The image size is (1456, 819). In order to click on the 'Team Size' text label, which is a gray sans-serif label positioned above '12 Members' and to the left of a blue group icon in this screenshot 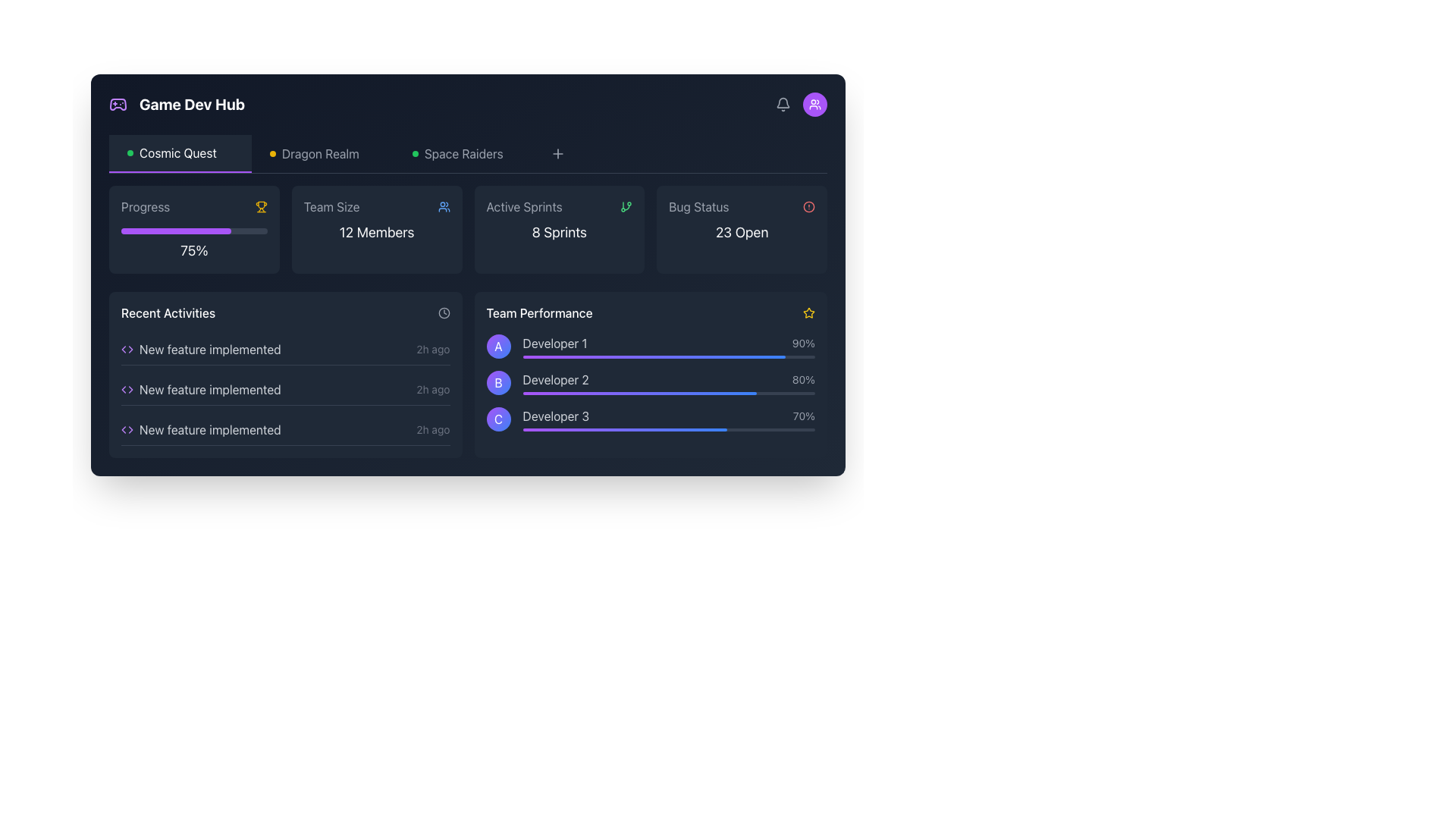, I will do `click(331, 207)`.